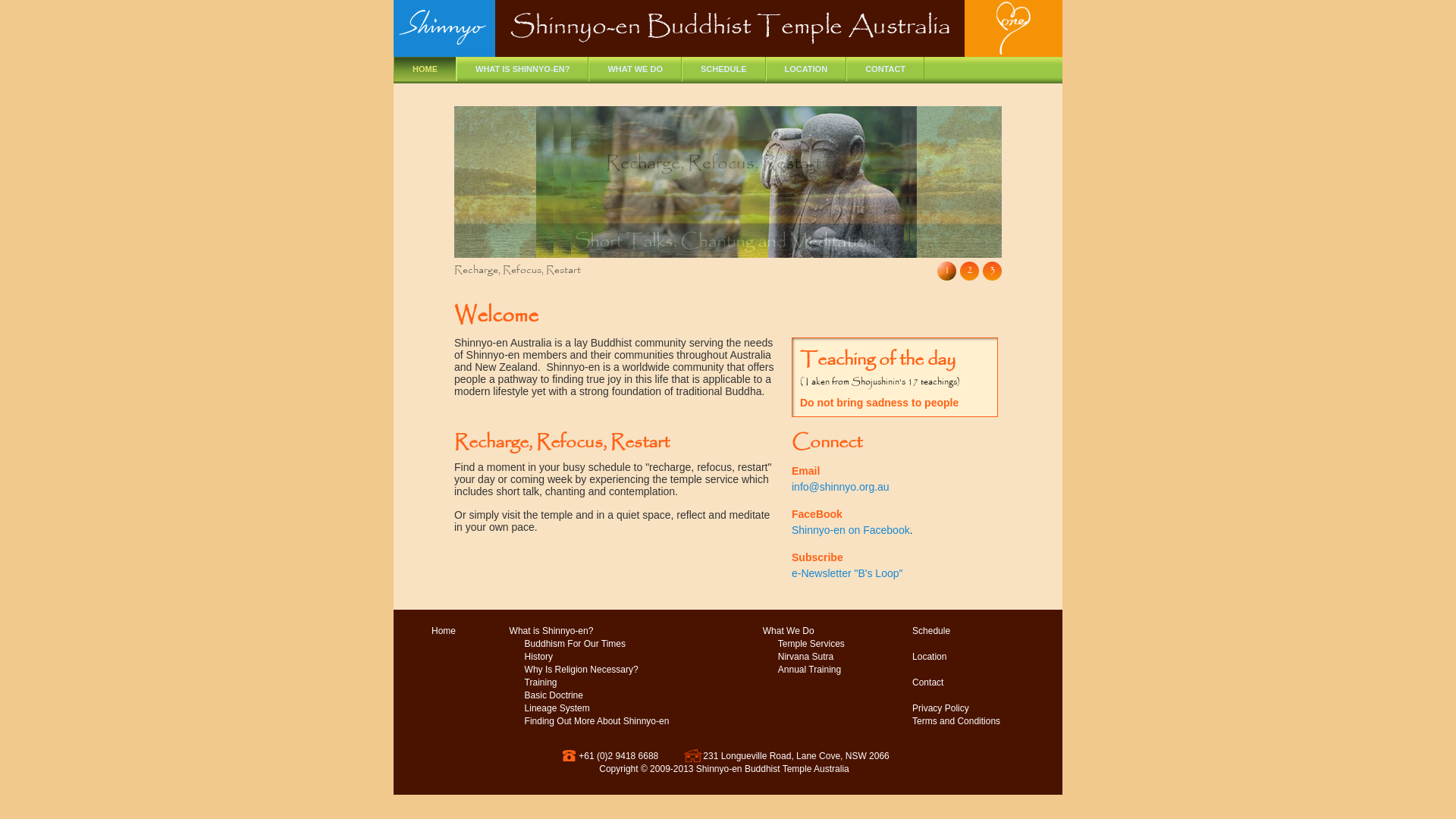  What do you see at coordinates (551, 631) in the screenshot?
I see `'What is Shinnyo-en?'` at bounding box center [551, 631].